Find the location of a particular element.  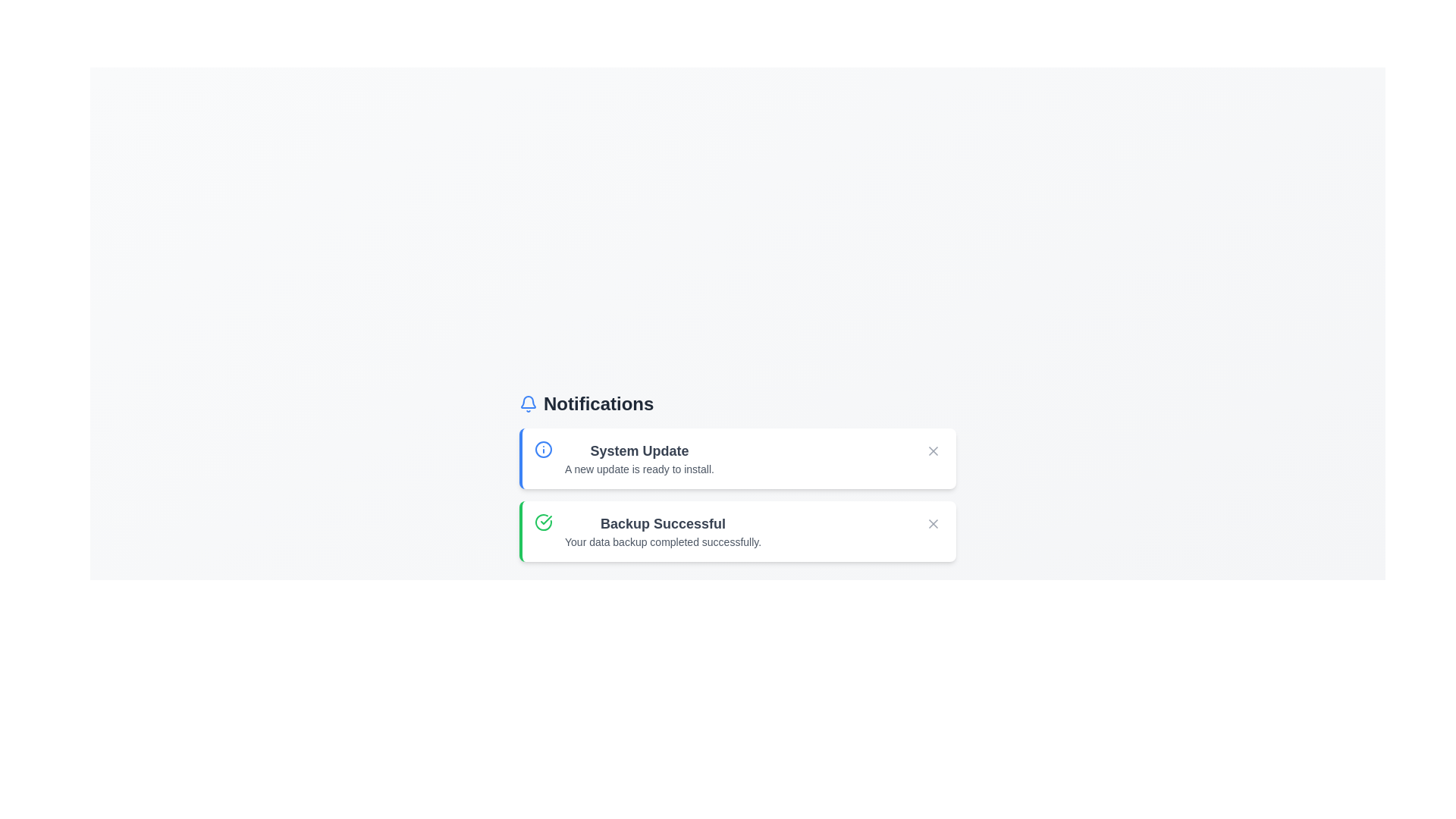

the 'x' icon button located at the far right end of the upper notification card is located at coordinates (932, 450).